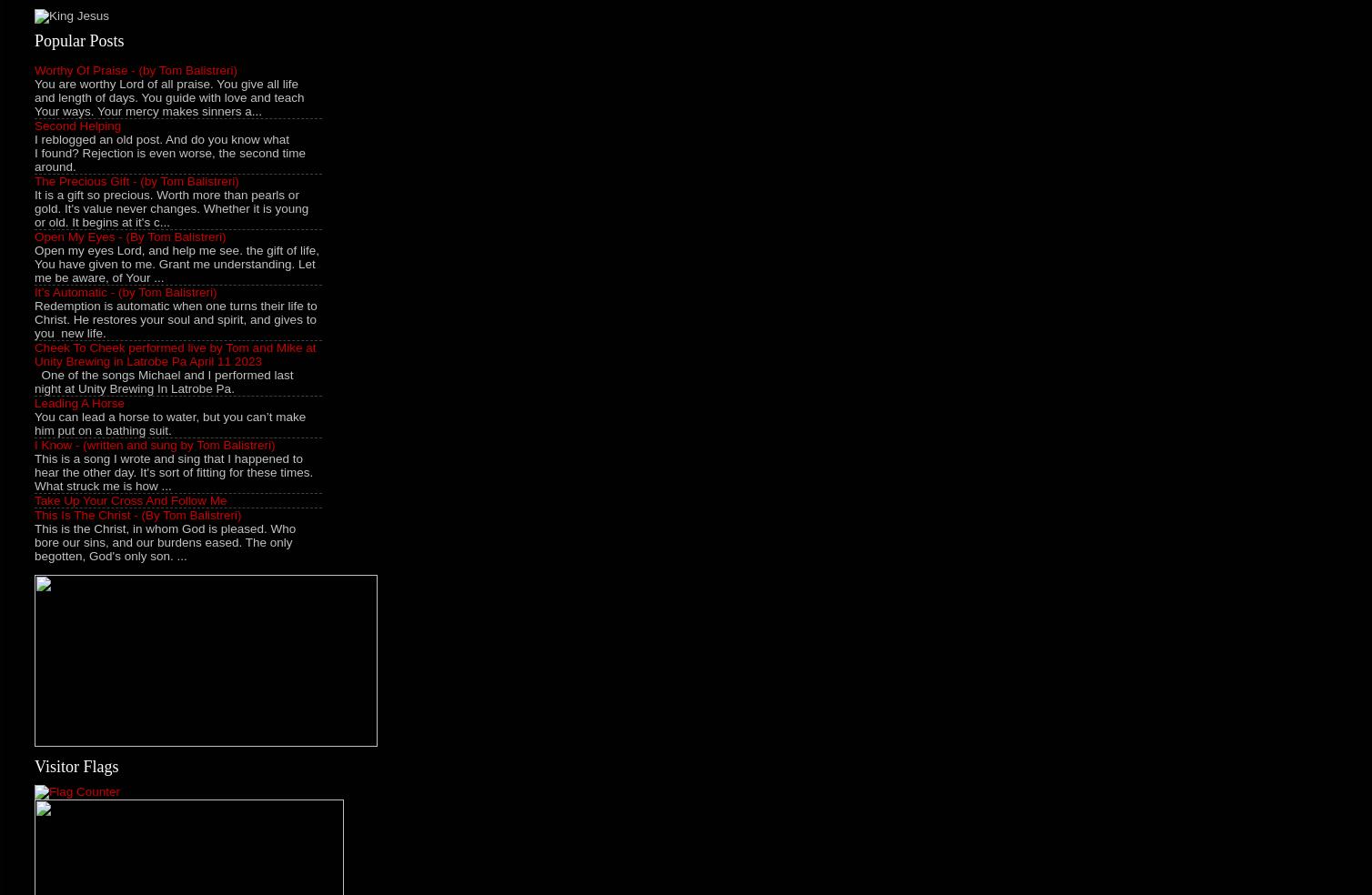 This screenshot has width=1372, height=895. What do you see at coordinates (169, 152) in the screenshot?
I see `'I reblogged an old post. And do you know what I found? Rejection is even worse, the second time around.'` at bounding box center [169, 152].